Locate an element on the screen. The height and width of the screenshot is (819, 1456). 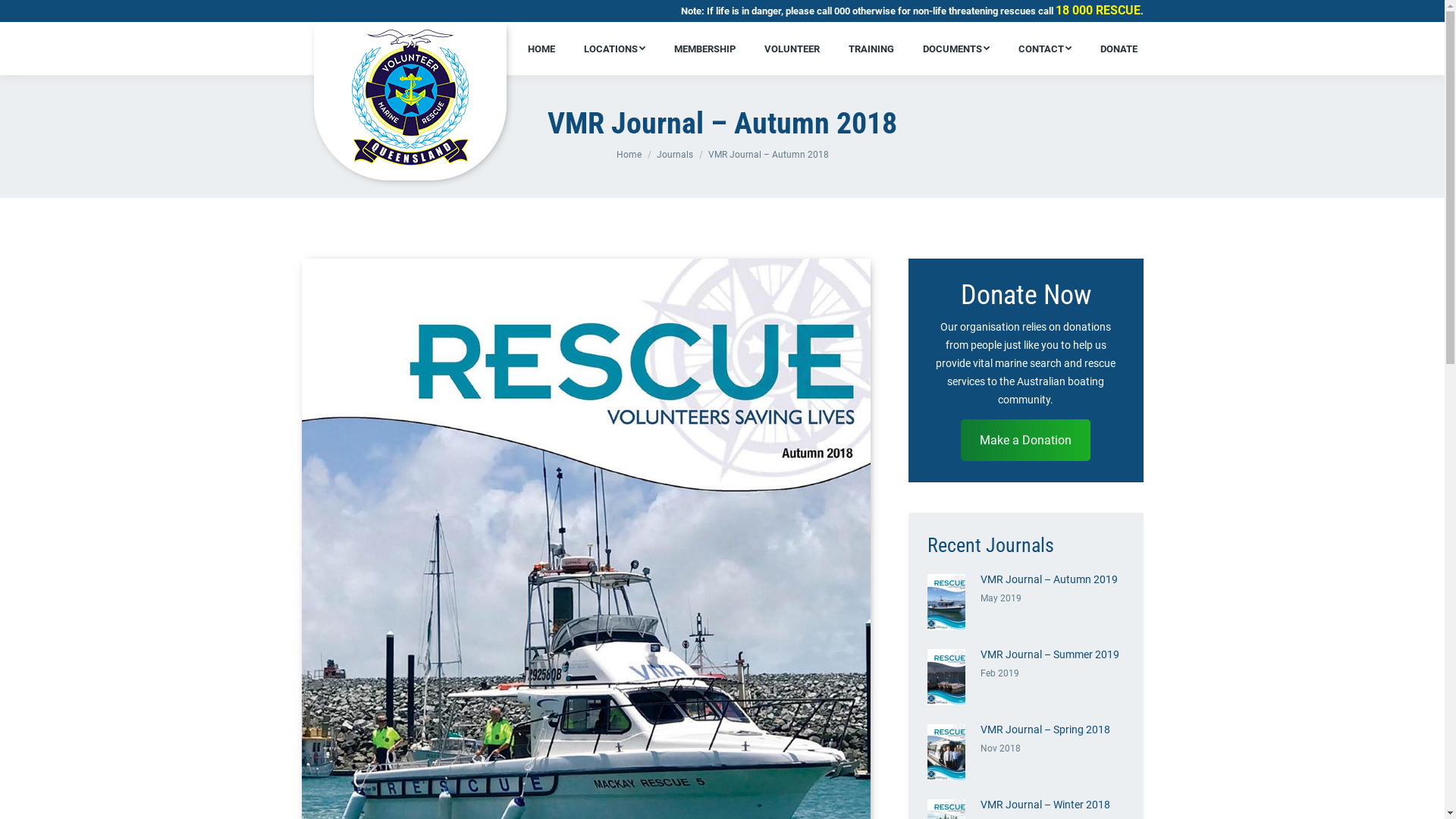
'VOLUNTEER' is located at coordinates (791, 48).